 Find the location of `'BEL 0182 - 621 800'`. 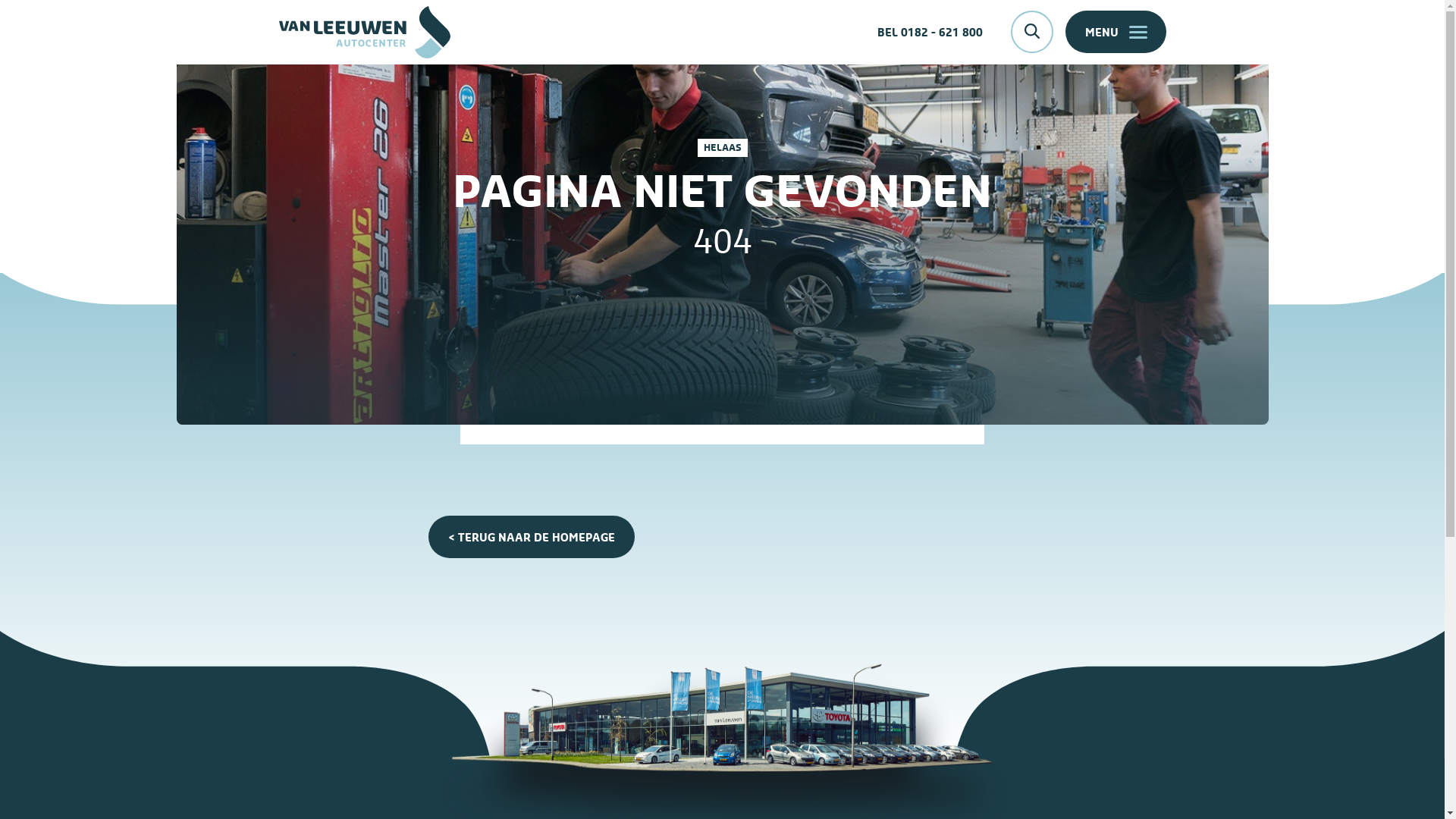

'BEL 0182 - 621 800' is located at coordinates (928, 32).